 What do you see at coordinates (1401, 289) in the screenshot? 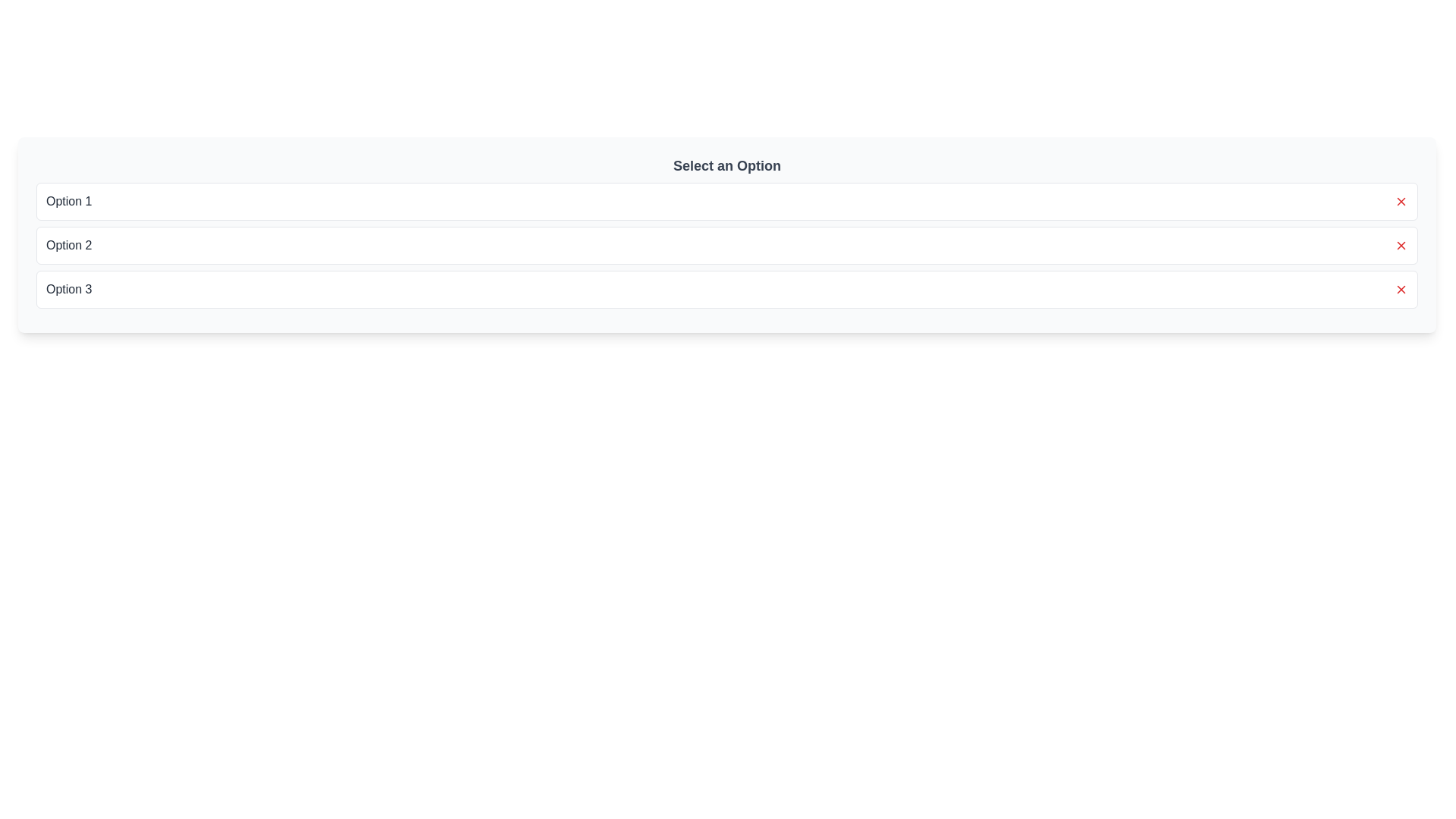
I see `the close button located on the right side of the row containing the text 'Option 3'` at bounding box center [1401, 289].